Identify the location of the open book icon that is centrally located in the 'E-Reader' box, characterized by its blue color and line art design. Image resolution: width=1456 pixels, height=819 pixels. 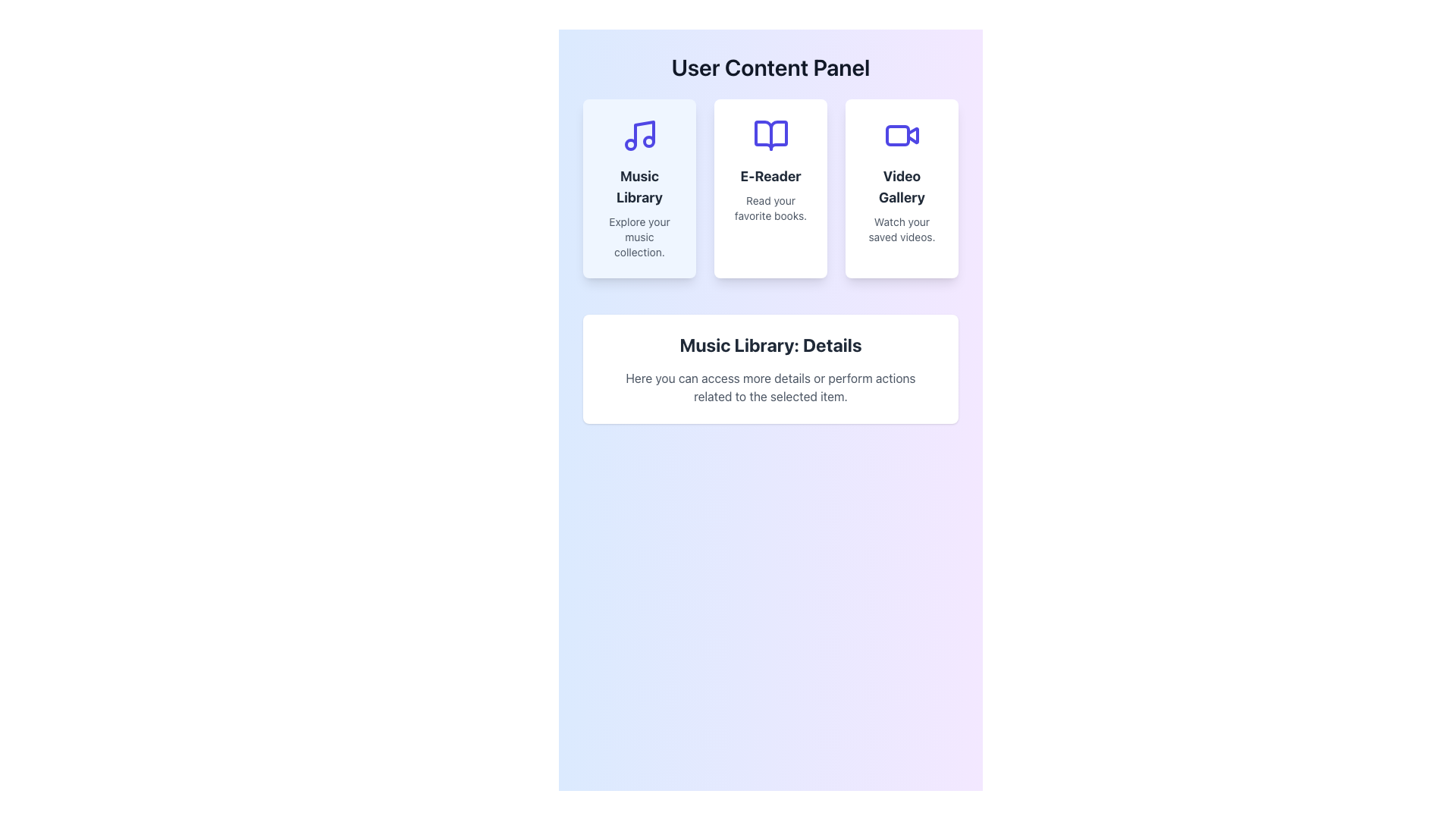
(770, 134).